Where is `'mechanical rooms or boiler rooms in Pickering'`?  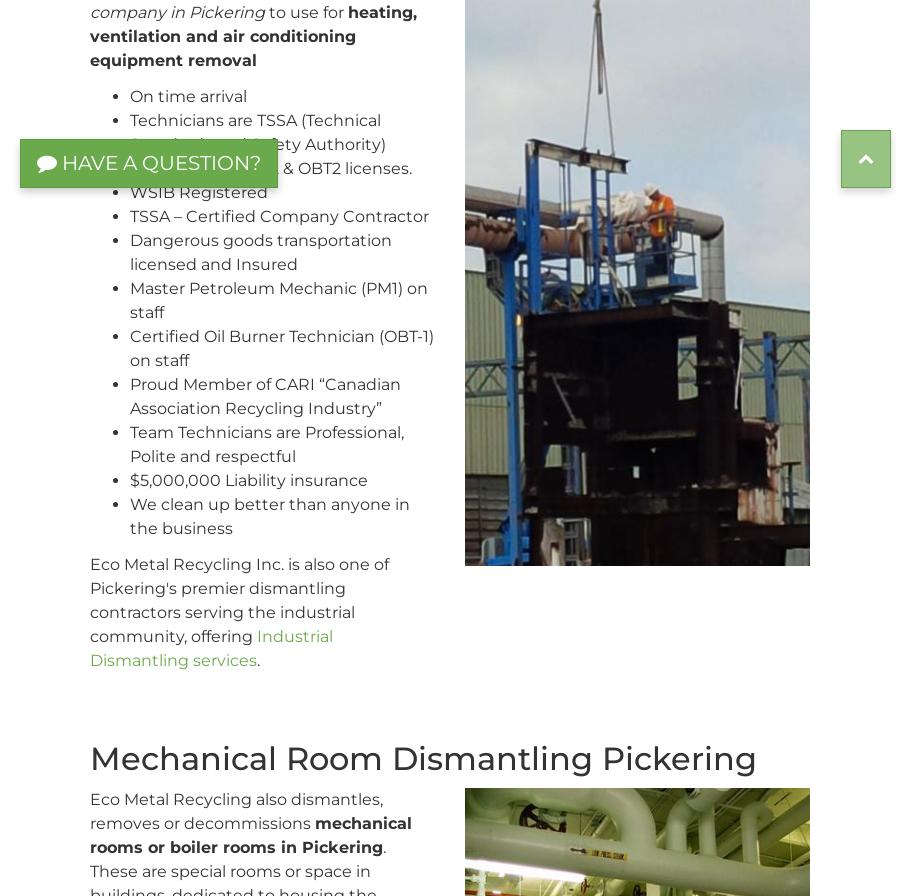 'mechanical rooms or boiler rooms in Pickering' is located at coordinates (250, 835).